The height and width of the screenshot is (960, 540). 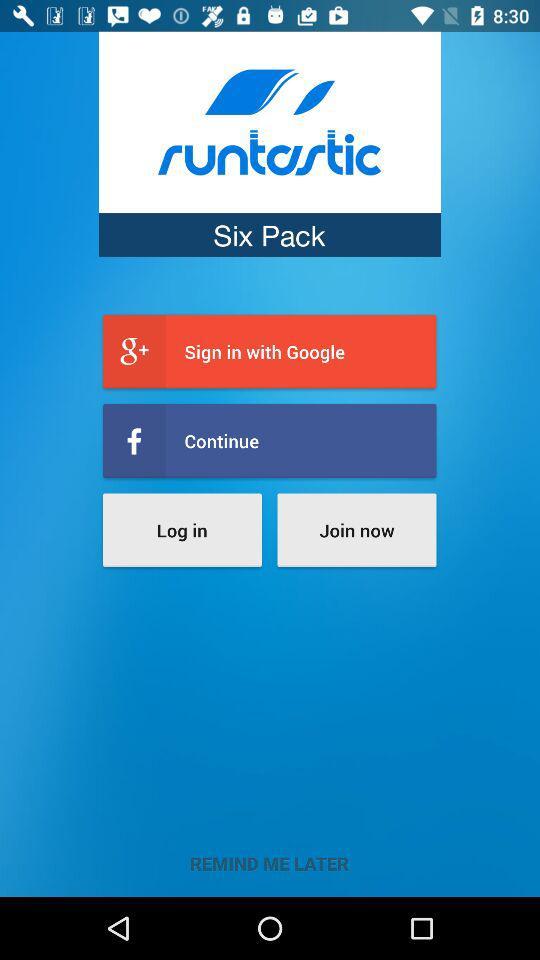 What do you see at coordinates (182, 529) in the screenshot?
I see `icon below the continue item` at bounding box center [182, 529].